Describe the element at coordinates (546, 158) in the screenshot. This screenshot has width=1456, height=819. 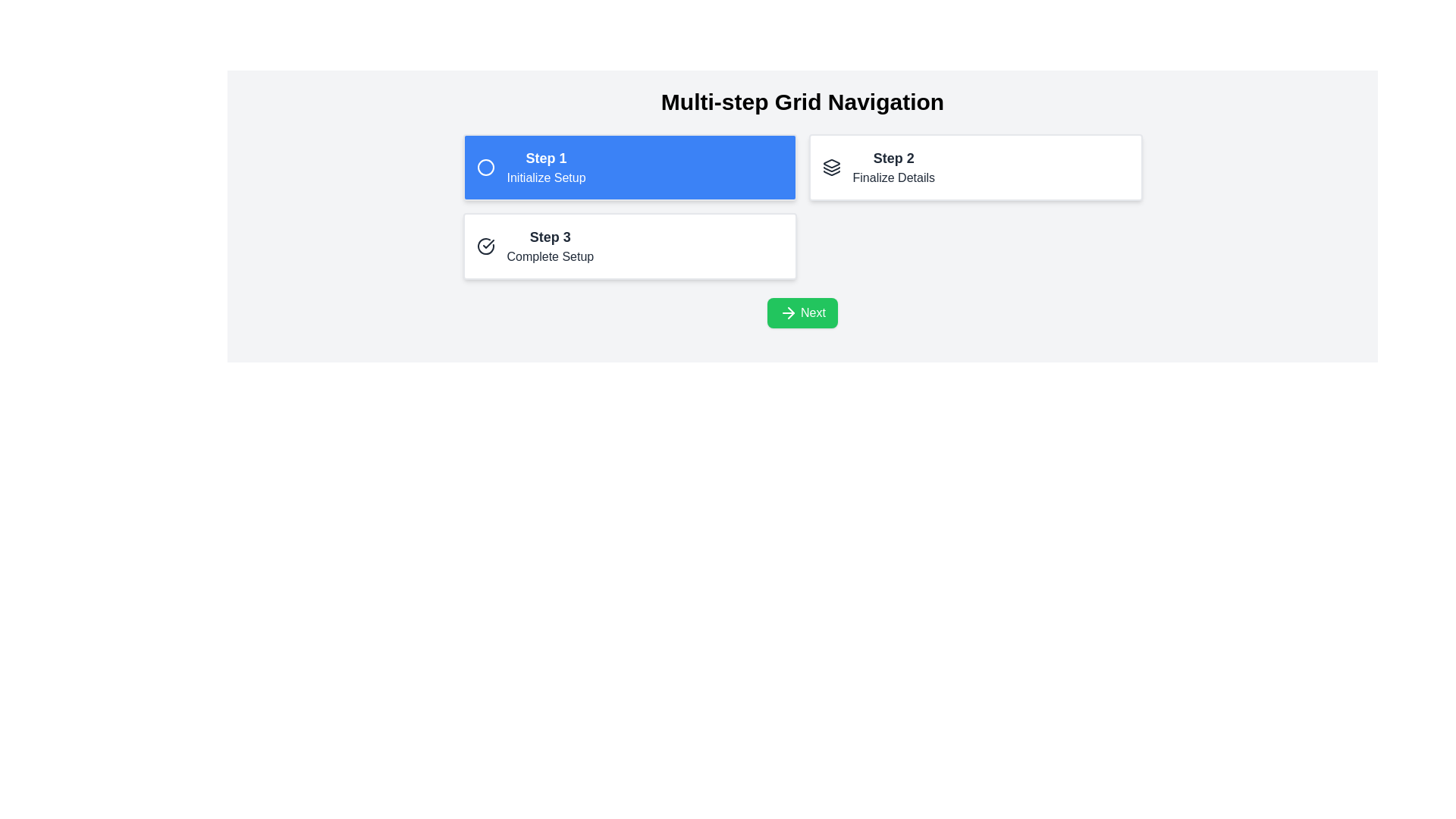
I see `text label displaying 'Step 1' which is prominently styled in white on a blue background at the upper-left side of the card component` at that location.